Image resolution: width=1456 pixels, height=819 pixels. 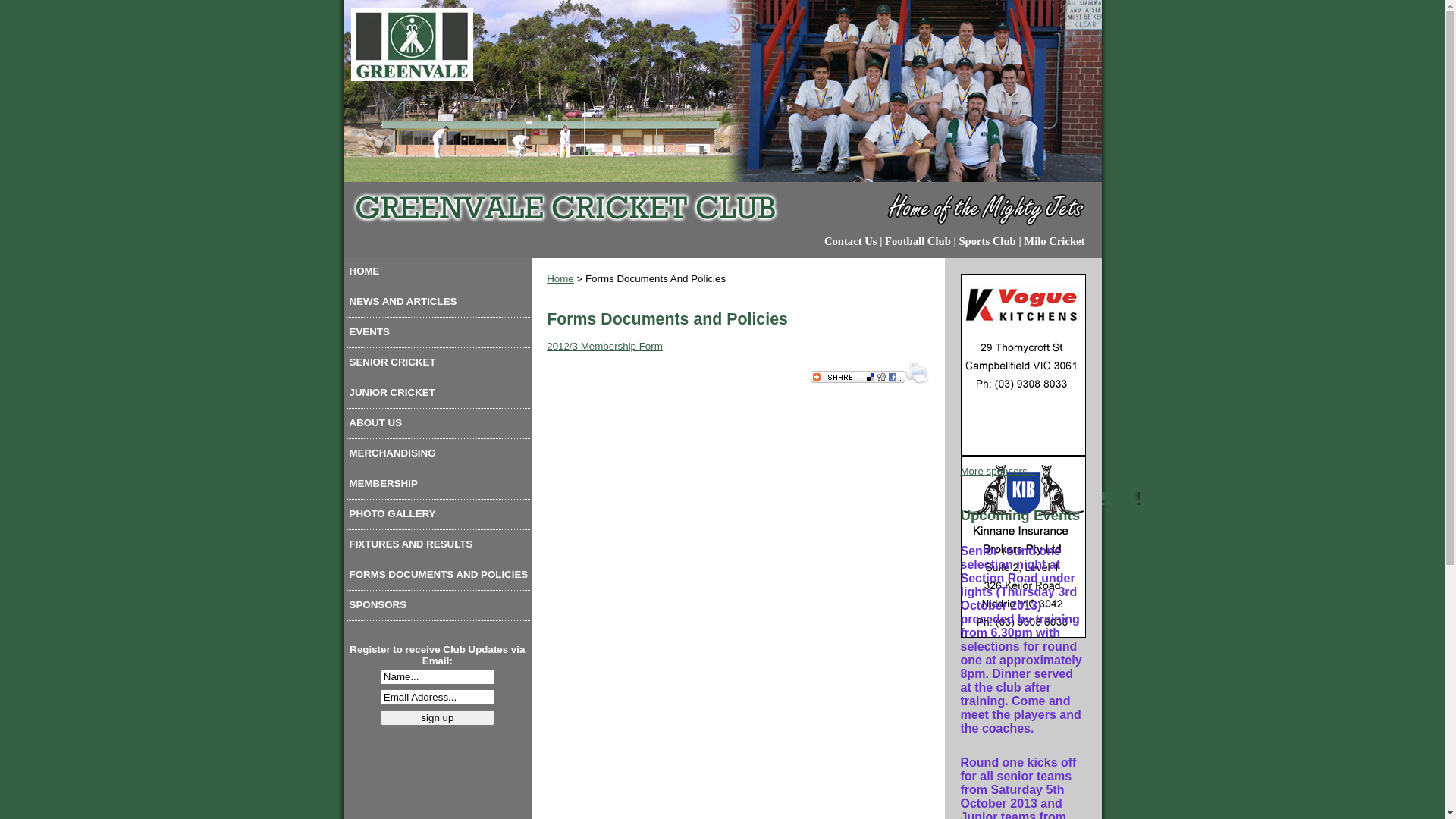 What do you see at coordinates (905, 381) in the screenshot?
I see `'Print this Page'` at bounding box center [905, 381].